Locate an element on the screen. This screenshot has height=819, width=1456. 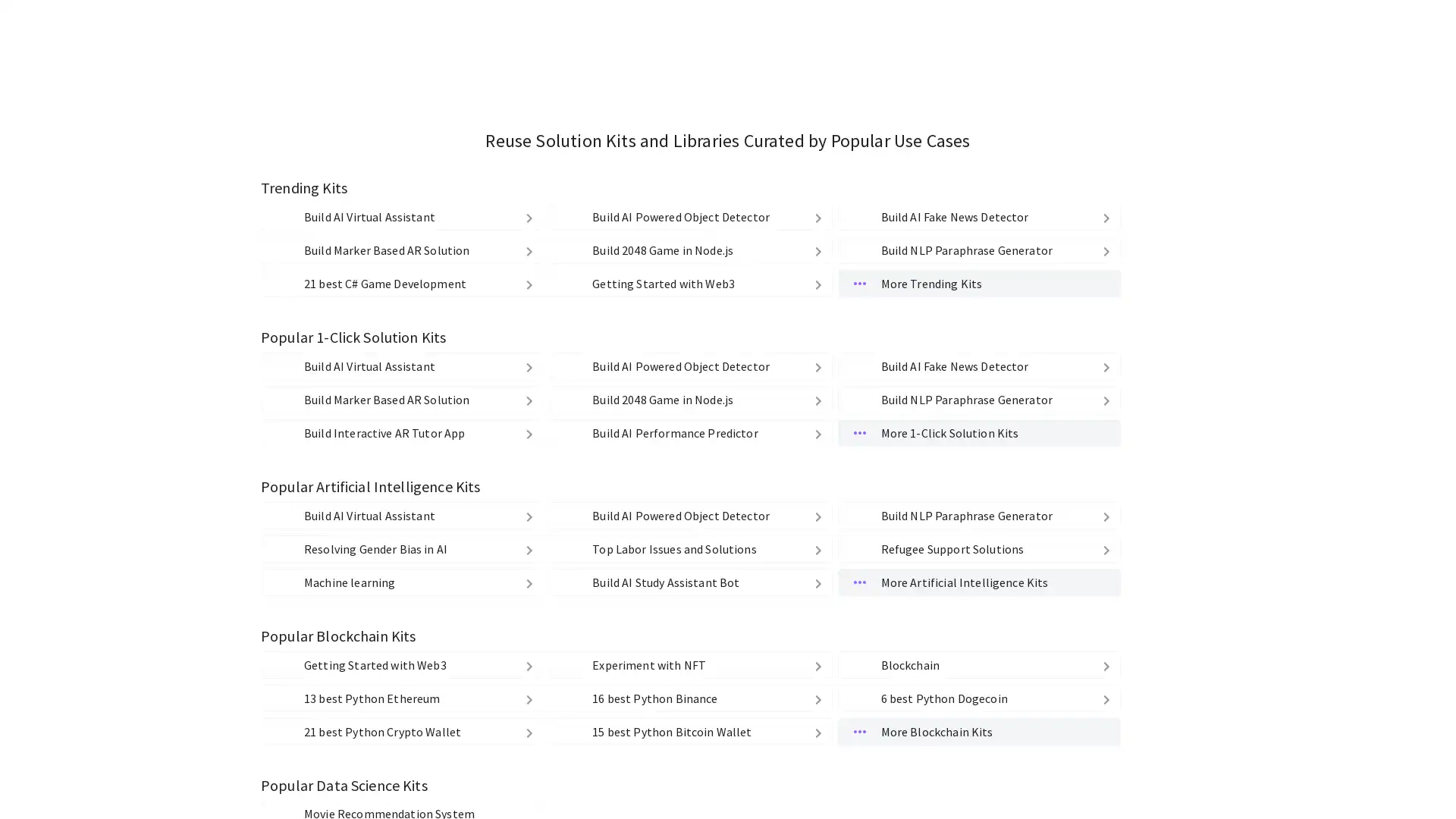
My Kits is located at coordinates (1128, 81).